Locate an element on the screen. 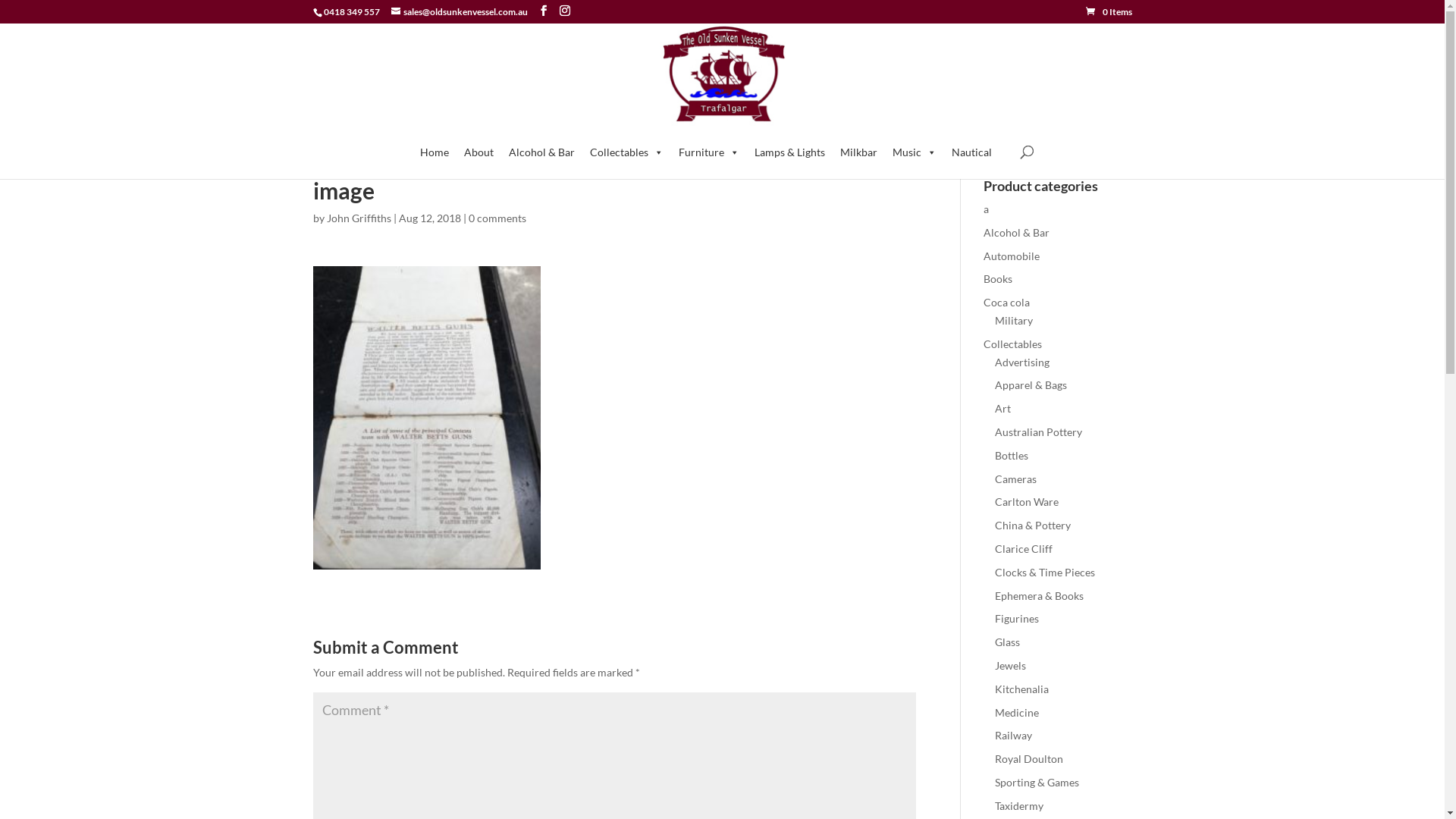 This screenshot has height=819, width=1456. 'Art' is located at coordinates (994, 407).